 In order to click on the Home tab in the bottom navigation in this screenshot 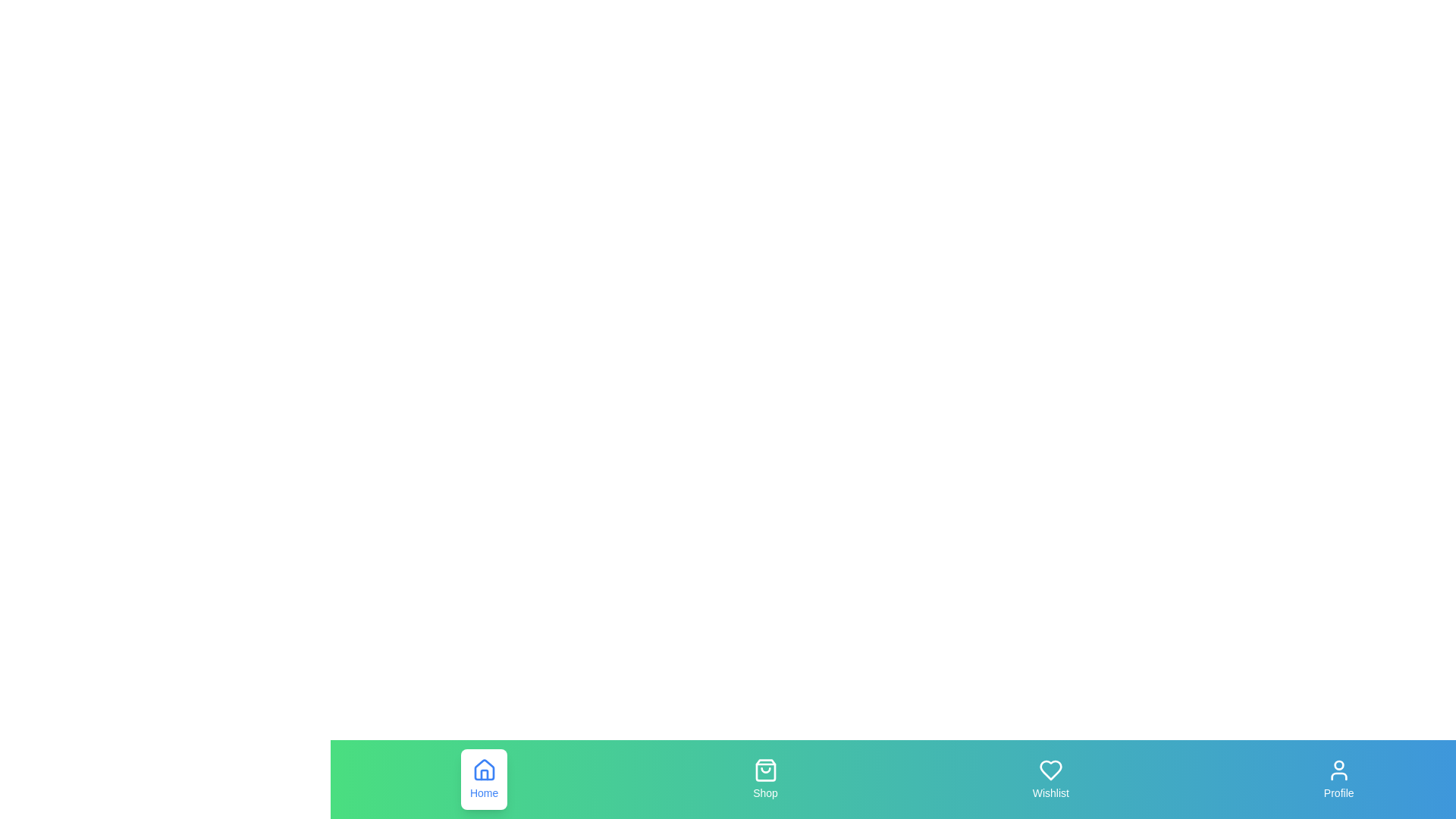, I will do `click(483, 780)`.